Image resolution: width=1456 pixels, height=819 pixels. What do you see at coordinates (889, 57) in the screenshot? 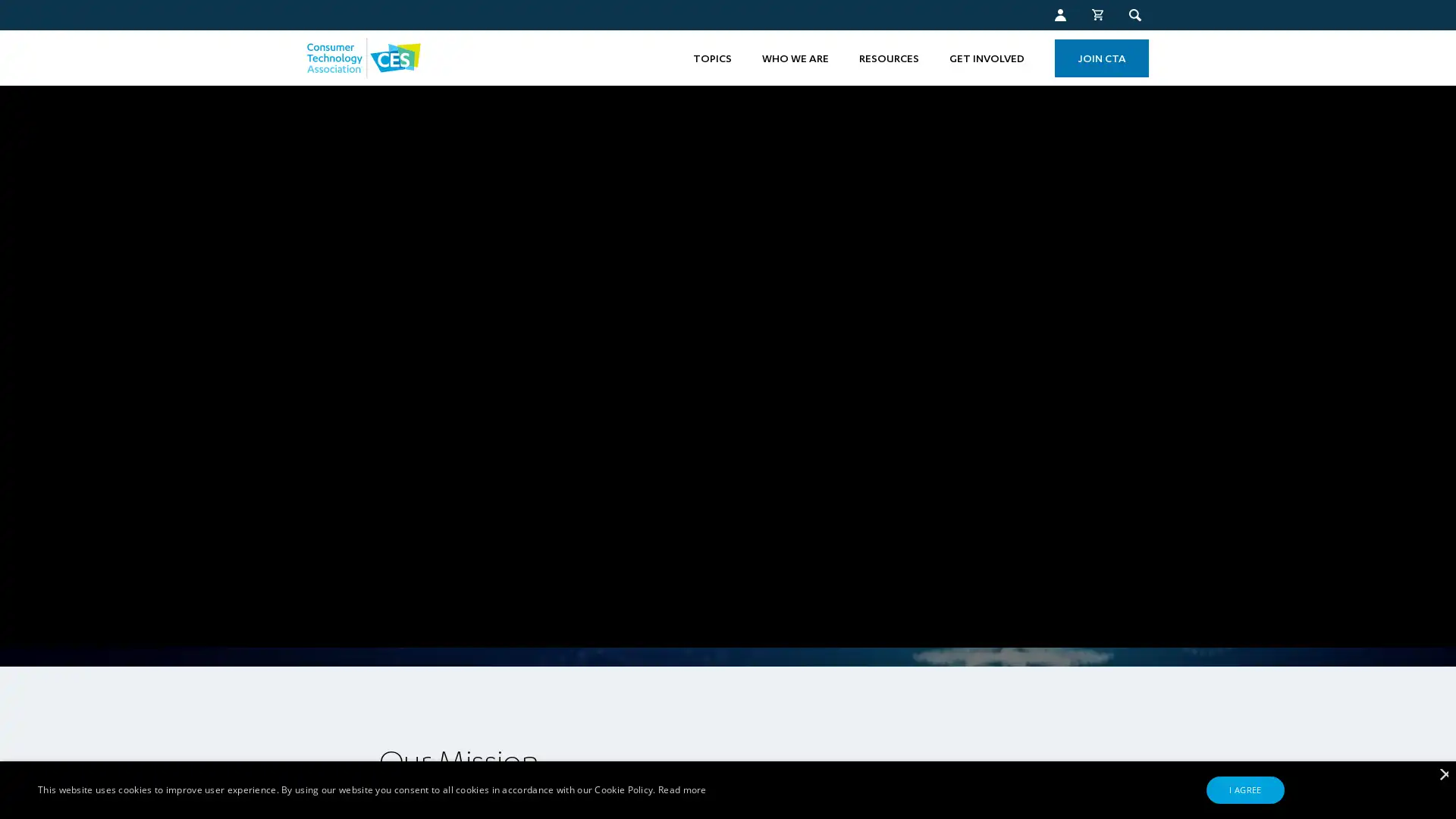
I see `RESOURCES` at bounding box center [889, 57].